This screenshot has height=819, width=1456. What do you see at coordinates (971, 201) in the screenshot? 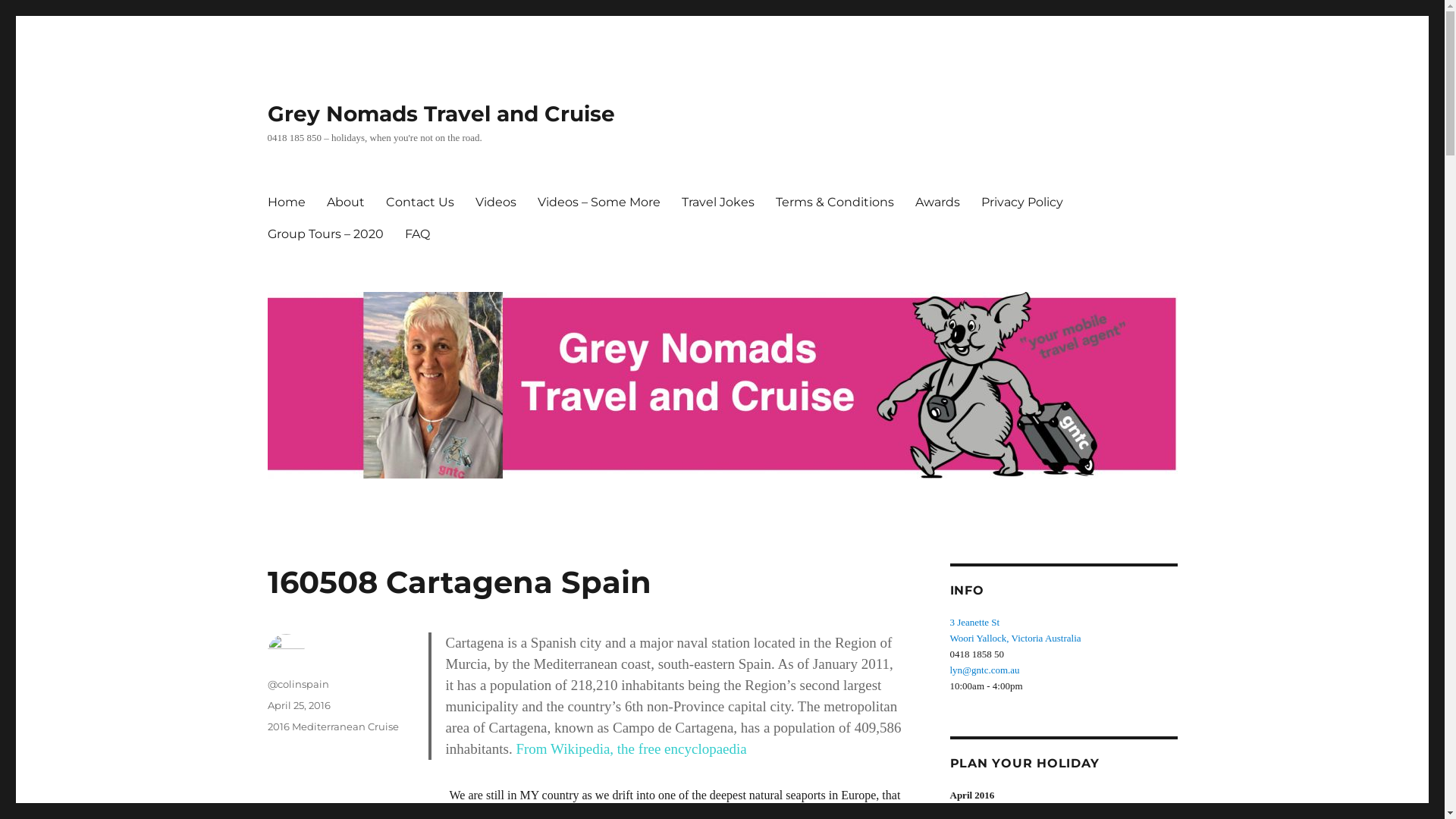
I see `'Privacy Policy'` at bounding box center [971, 201].